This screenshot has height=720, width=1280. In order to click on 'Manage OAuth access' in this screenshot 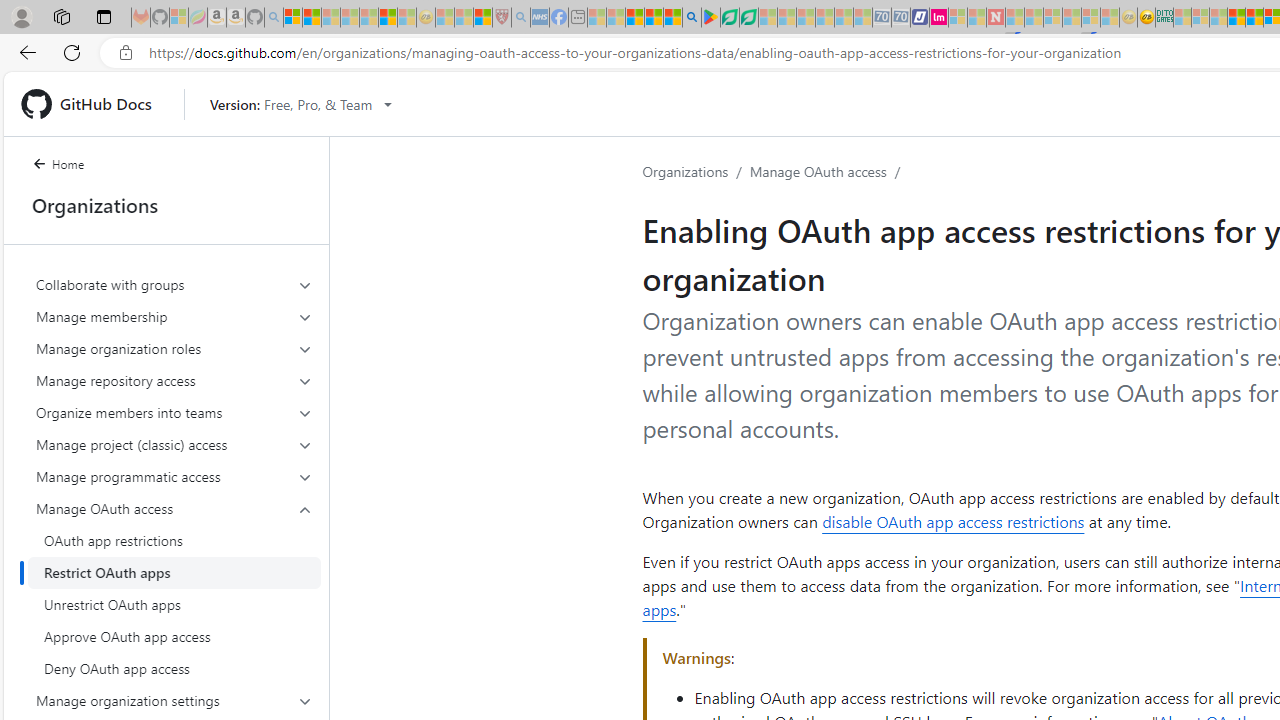, I will do `click(817, 170)`.